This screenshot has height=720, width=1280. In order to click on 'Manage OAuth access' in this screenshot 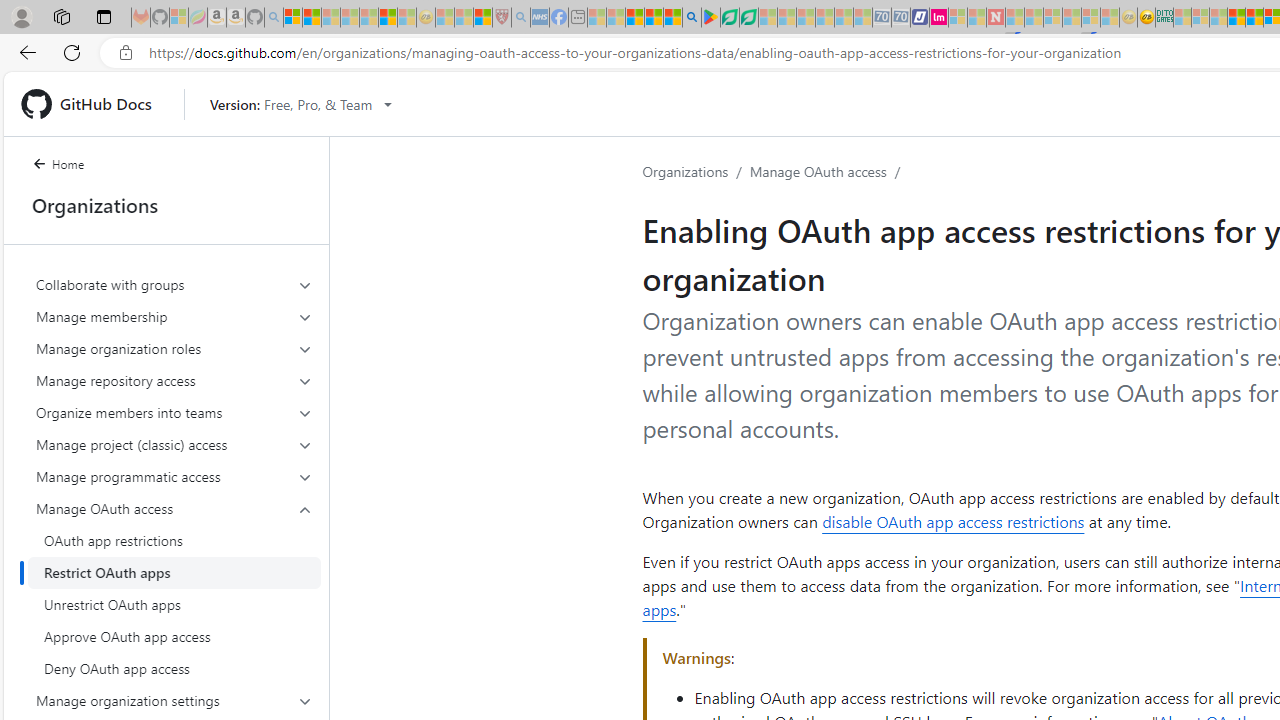, I will do `click(817, 170)`.